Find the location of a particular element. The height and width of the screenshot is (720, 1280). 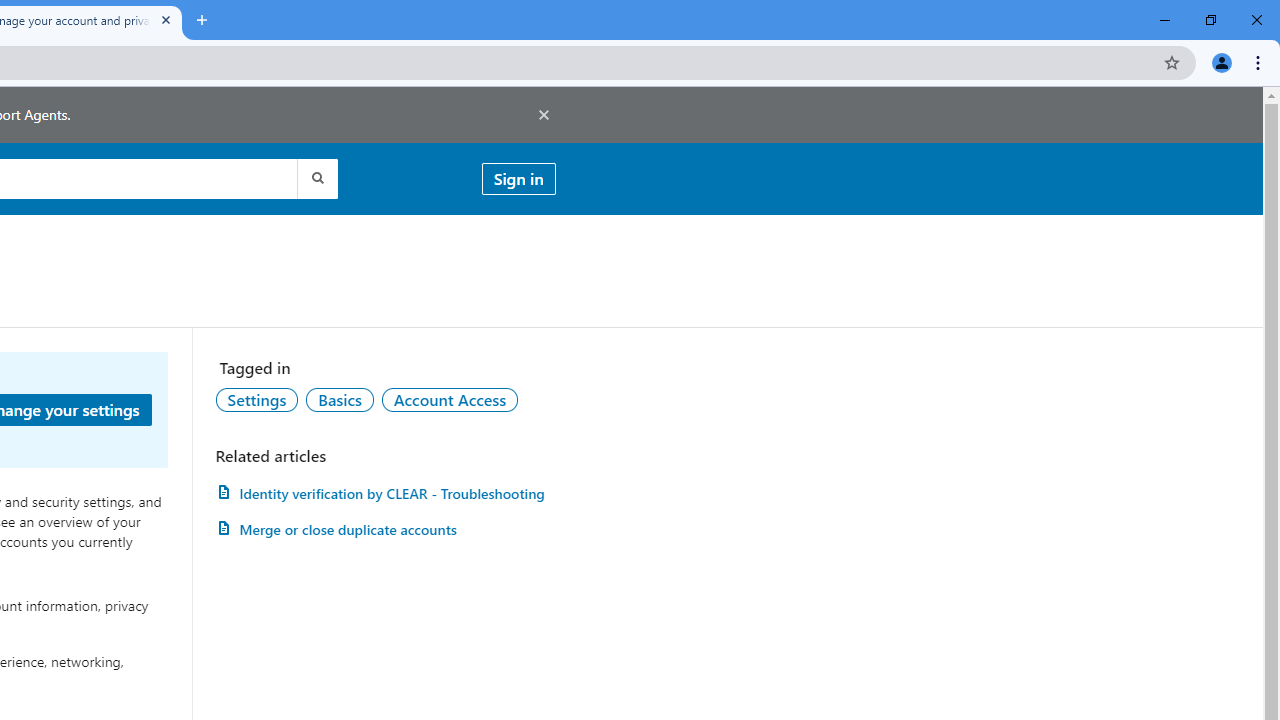

'Merge or close duplicate accounts' is located at coordinates (385, 528).